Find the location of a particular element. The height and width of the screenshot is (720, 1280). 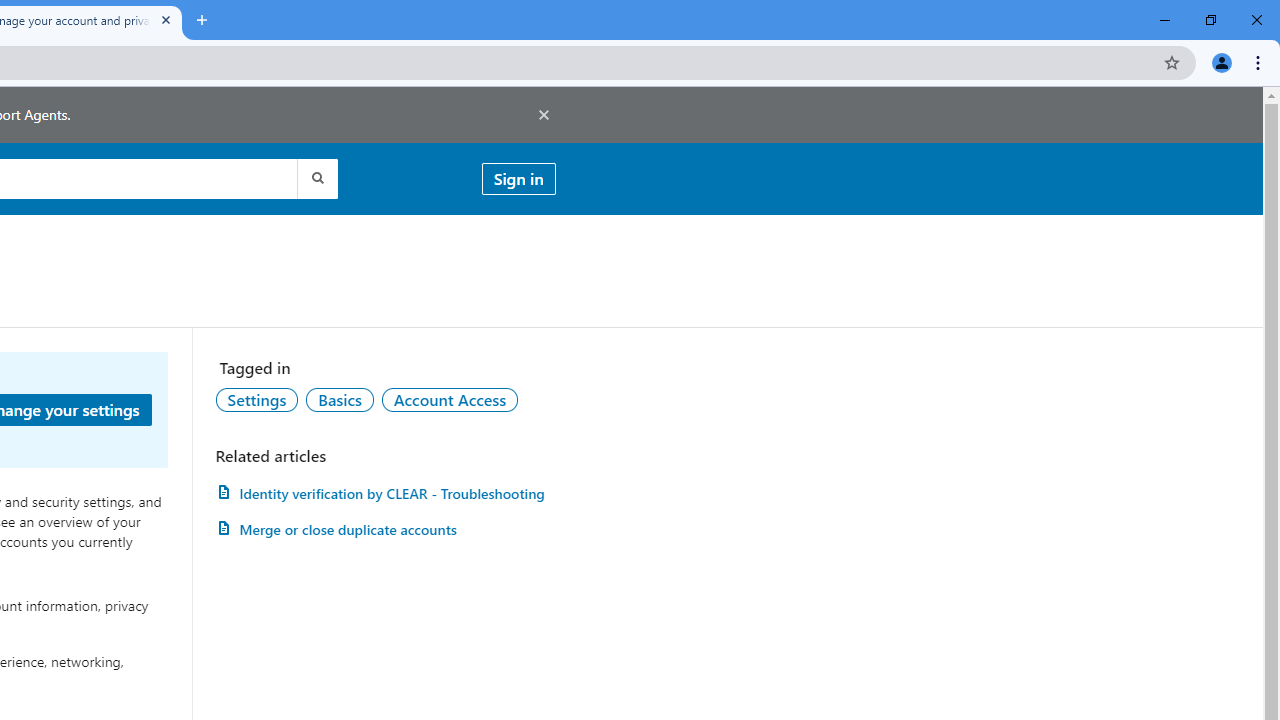

'Merge or close duplicate accounts' is located at coordinates (385, 528).